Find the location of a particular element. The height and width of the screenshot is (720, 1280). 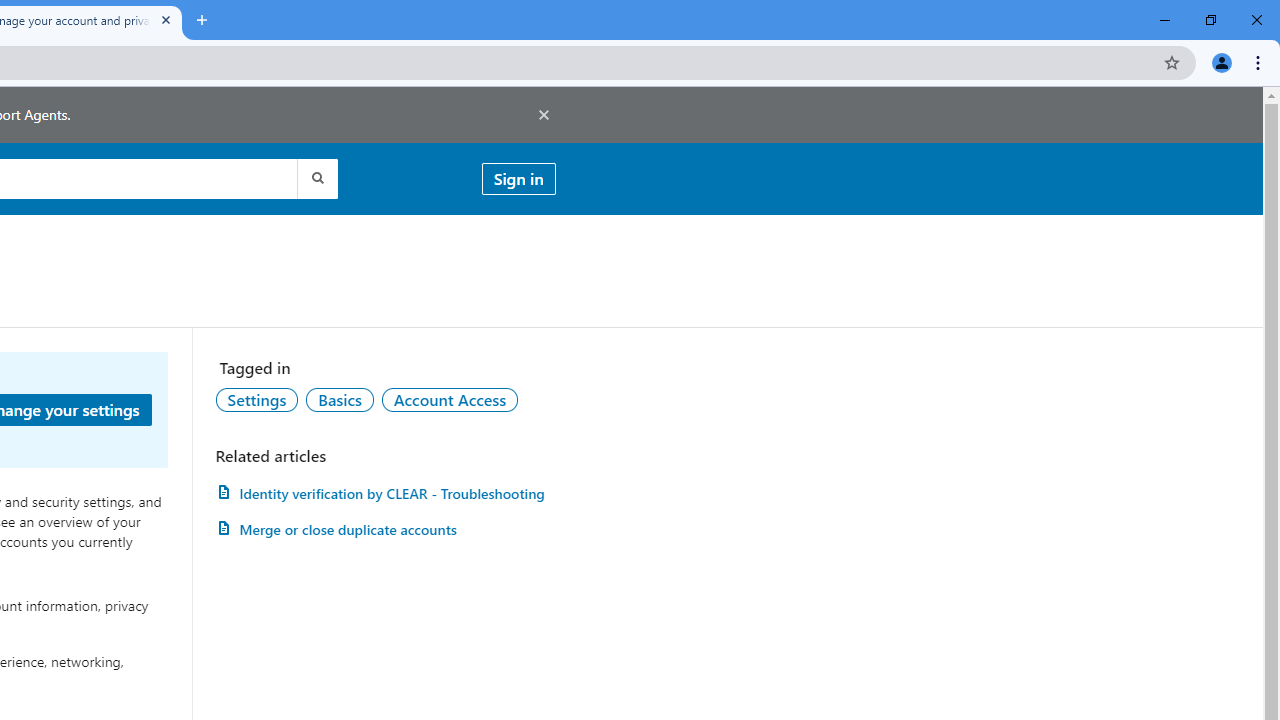

'Merge or close duplicate accounts' is located at coordinates (385, 528).